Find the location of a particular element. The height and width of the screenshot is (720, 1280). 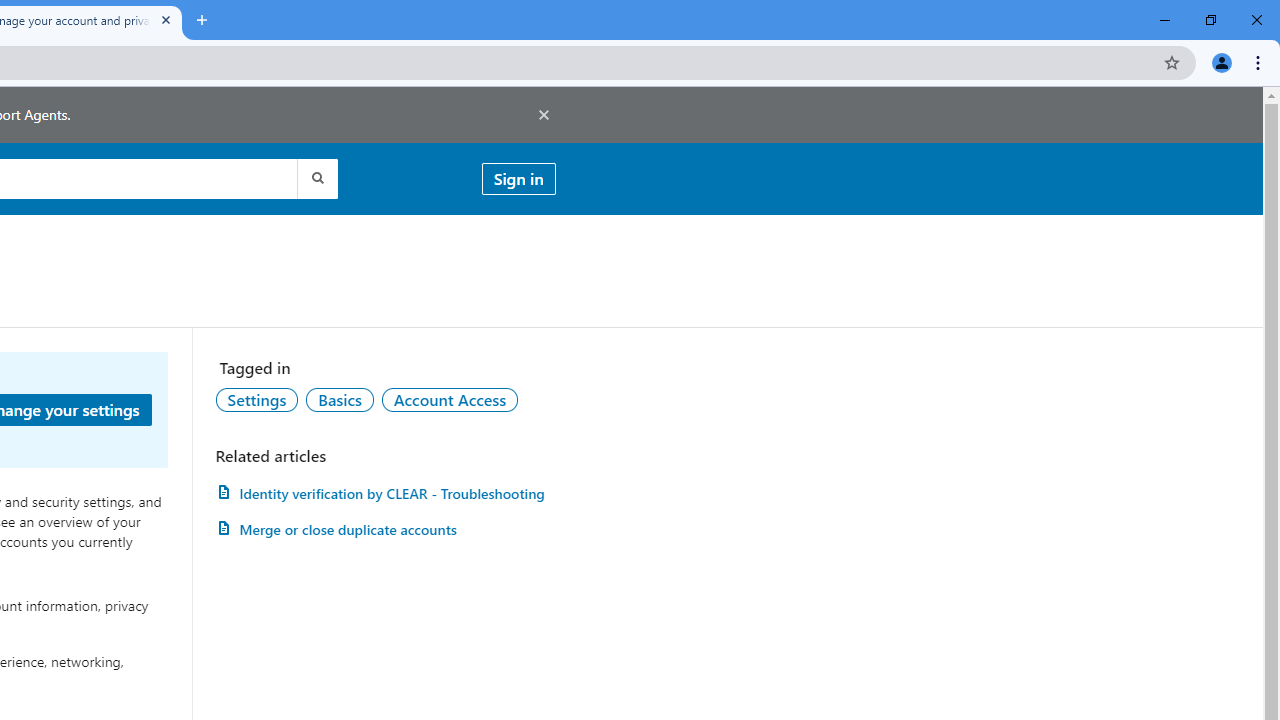

'Merge or close duplicate accounts' is located at coordinates (385, 528).